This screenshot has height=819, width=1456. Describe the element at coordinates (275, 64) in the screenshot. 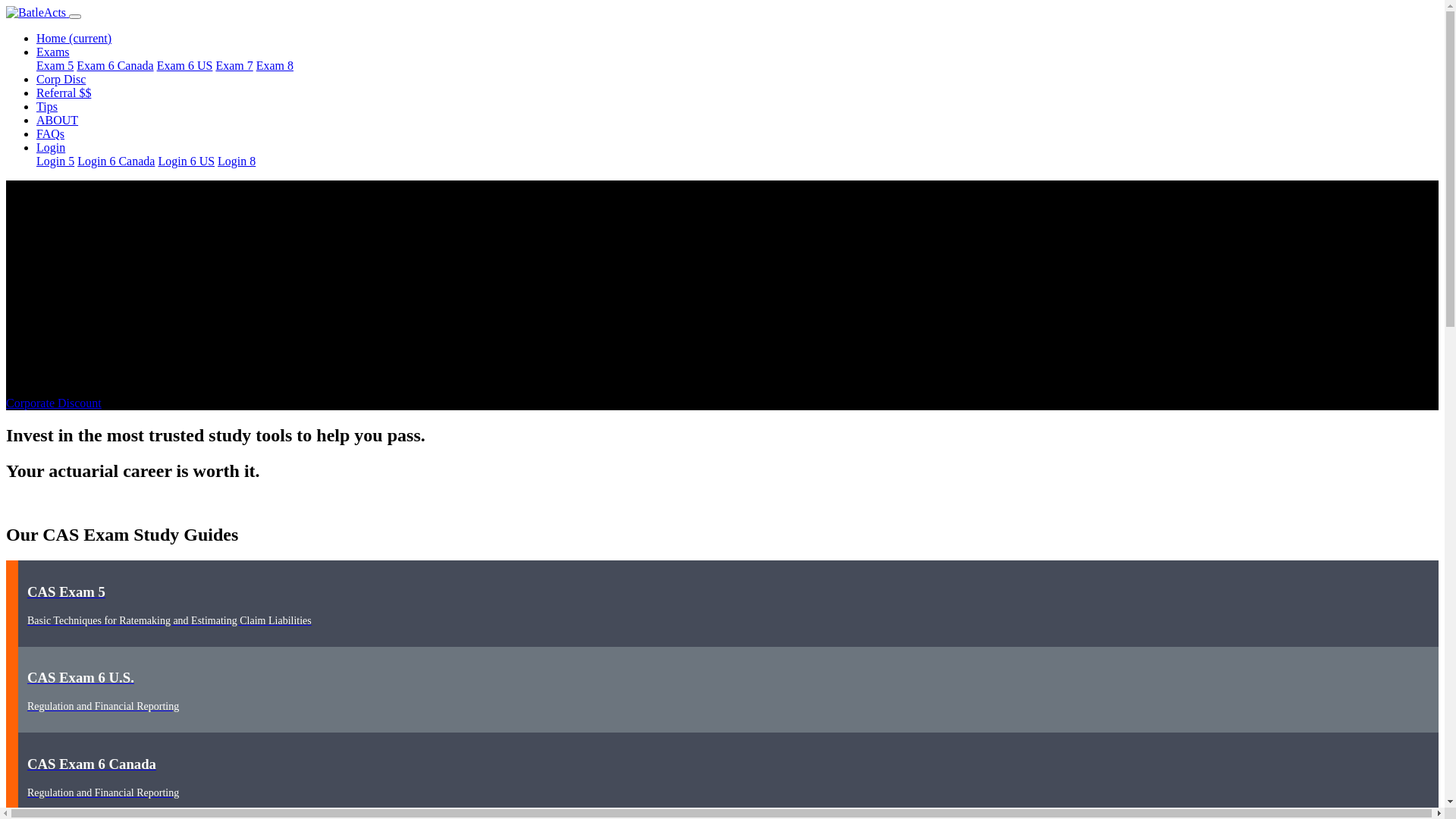

I see `'Exam 8'` at that location.